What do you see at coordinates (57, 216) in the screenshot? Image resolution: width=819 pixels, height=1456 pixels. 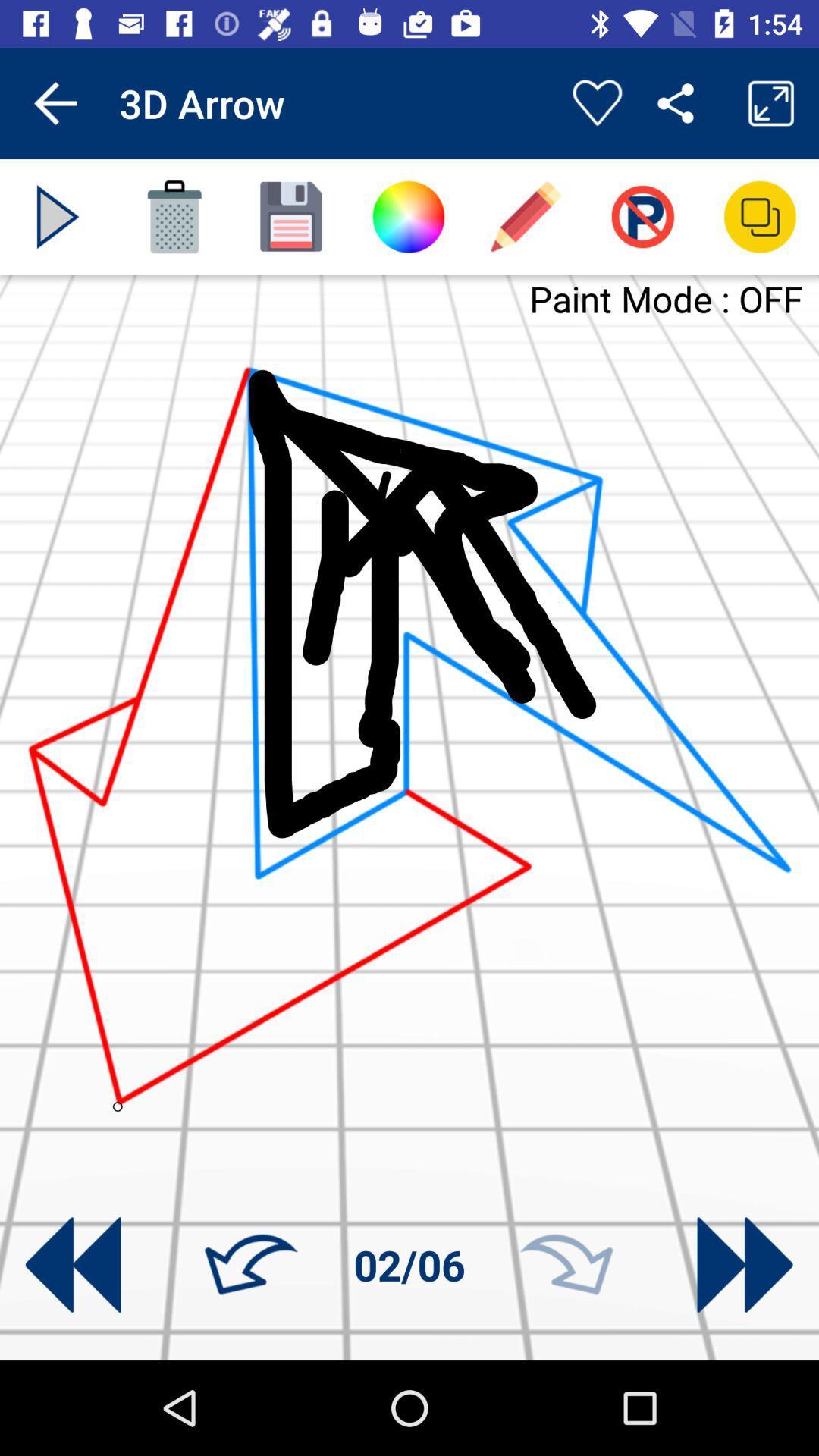 I see `next` at bounding box center [57, 216].